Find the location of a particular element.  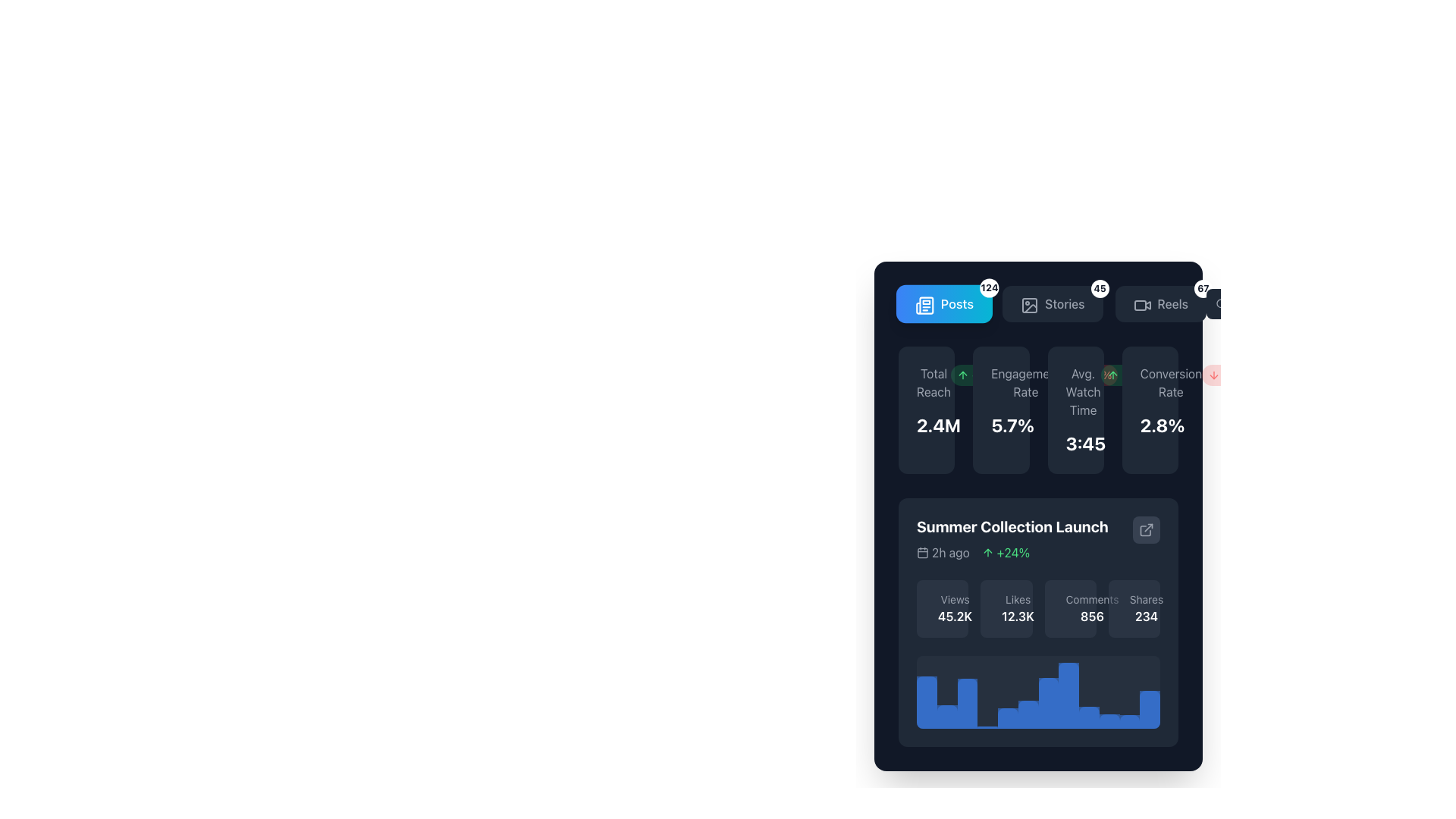

the 'Posts' icon located to the left of the text 'Posts' and near the counter '124' is located at coordinates (922, 304).